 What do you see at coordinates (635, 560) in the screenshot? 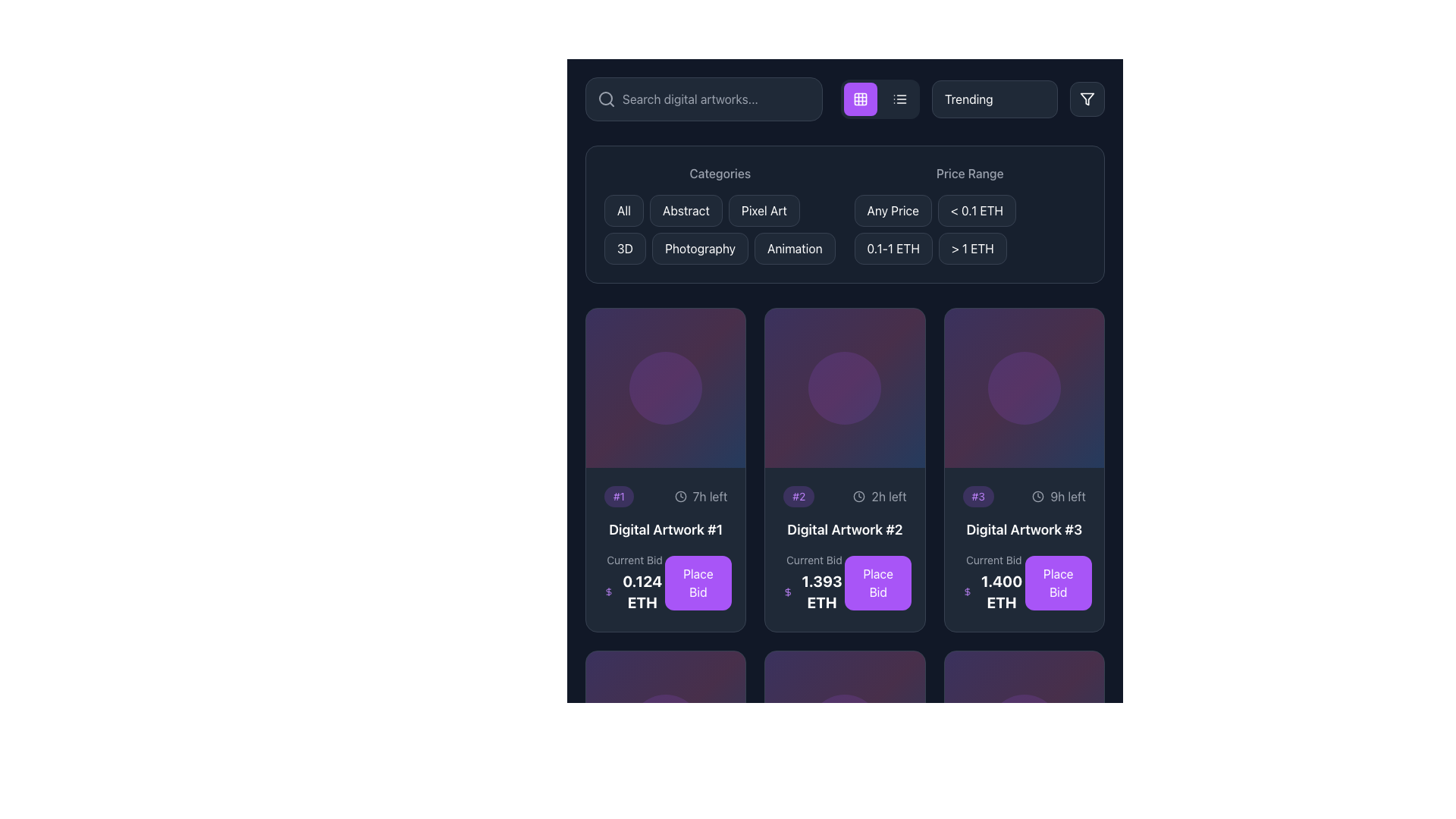
I see `the text label displaying 'Current Bid' located in the top-left corner of the first auction card` at bounding box center [635, 560].